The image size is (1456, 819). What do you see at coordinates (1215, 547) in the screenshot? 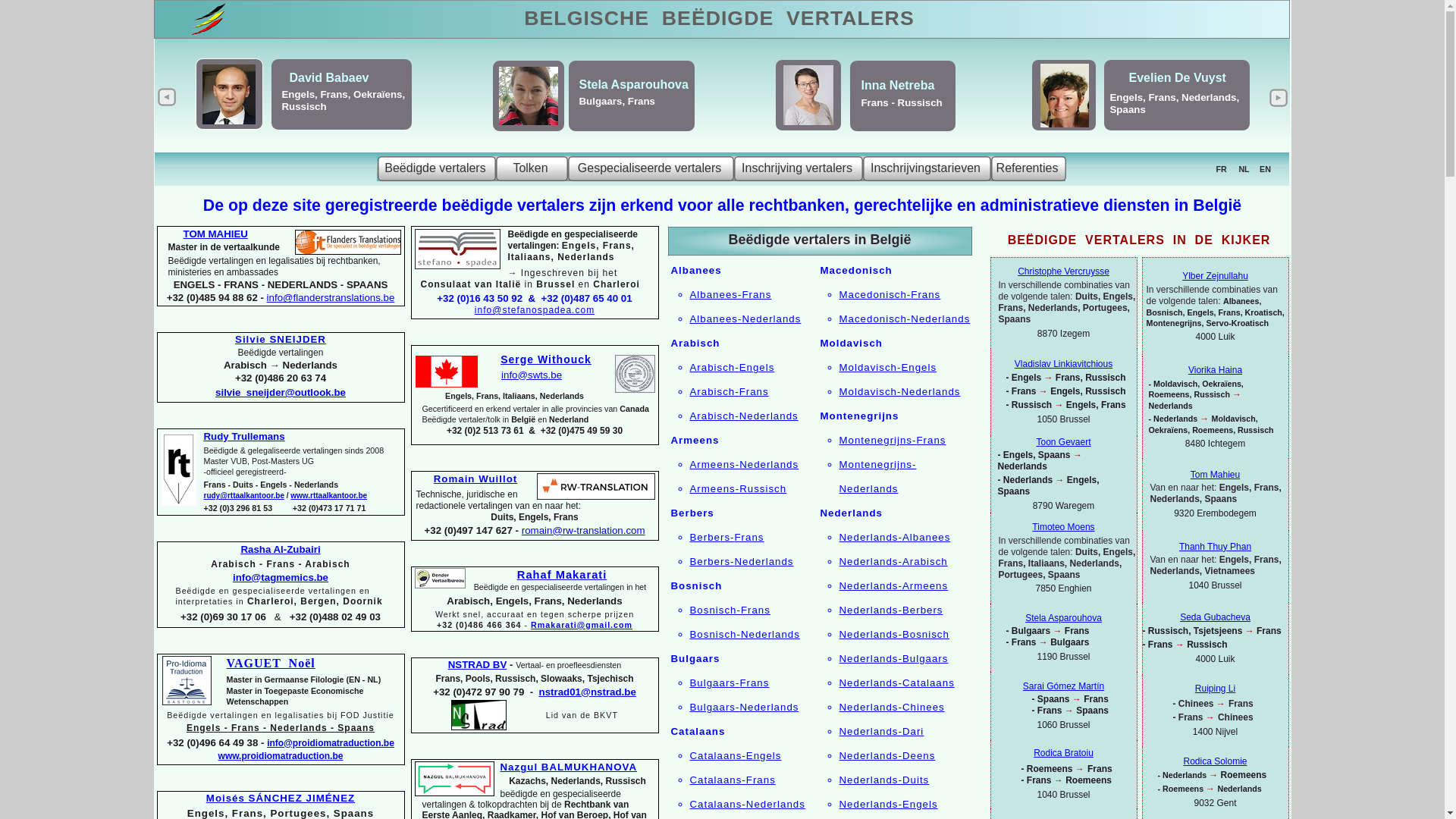
I see `'Thanh Thuy Phan'` at bounding box center [1215, 547].